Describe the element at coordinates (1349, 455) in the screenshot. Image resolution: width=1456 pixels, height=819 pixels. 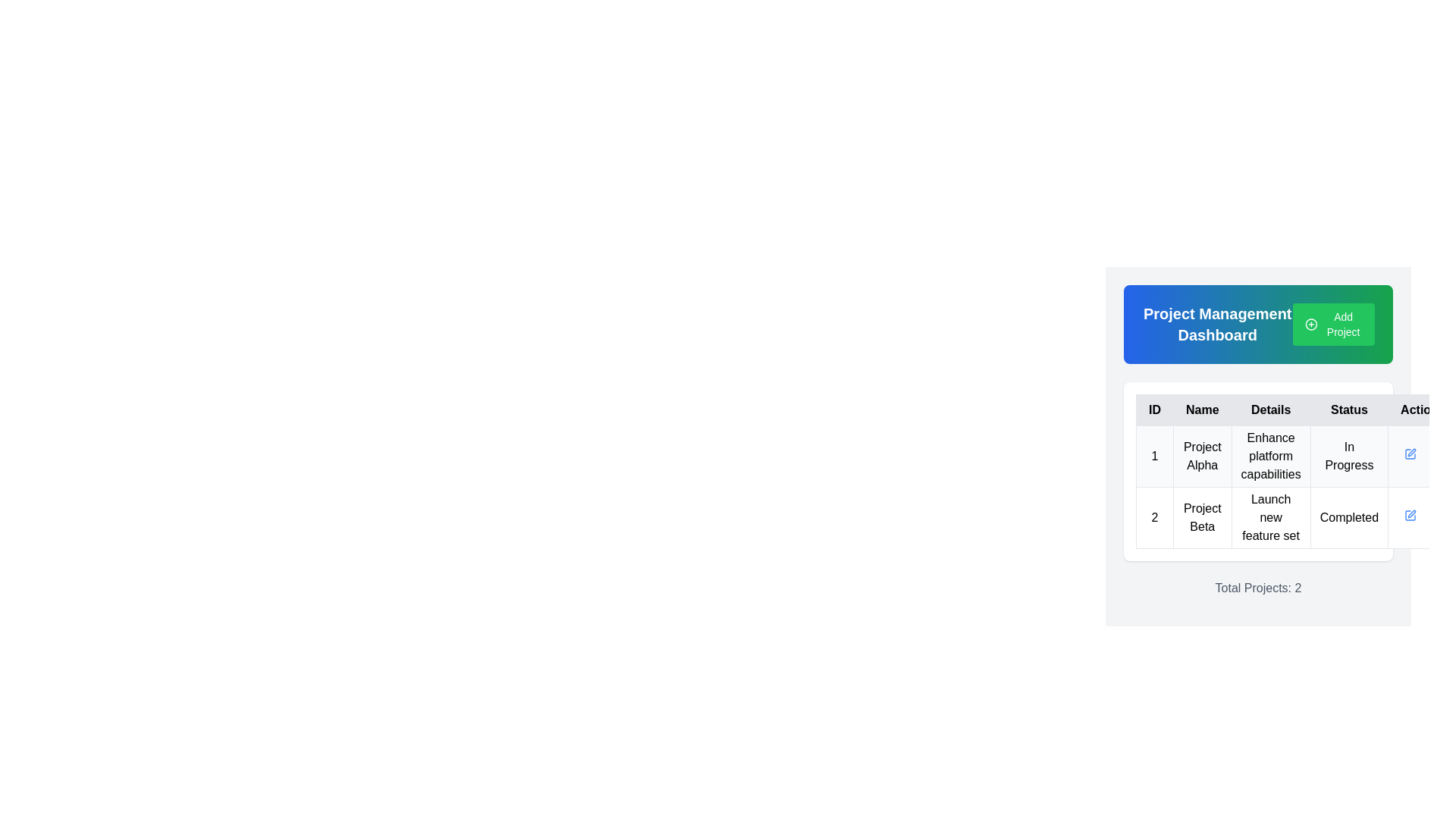
I see `the 'In Progress' text display element in the Status field of Project Alpha, which is the fifth column in the first row of the project information table` at that location.